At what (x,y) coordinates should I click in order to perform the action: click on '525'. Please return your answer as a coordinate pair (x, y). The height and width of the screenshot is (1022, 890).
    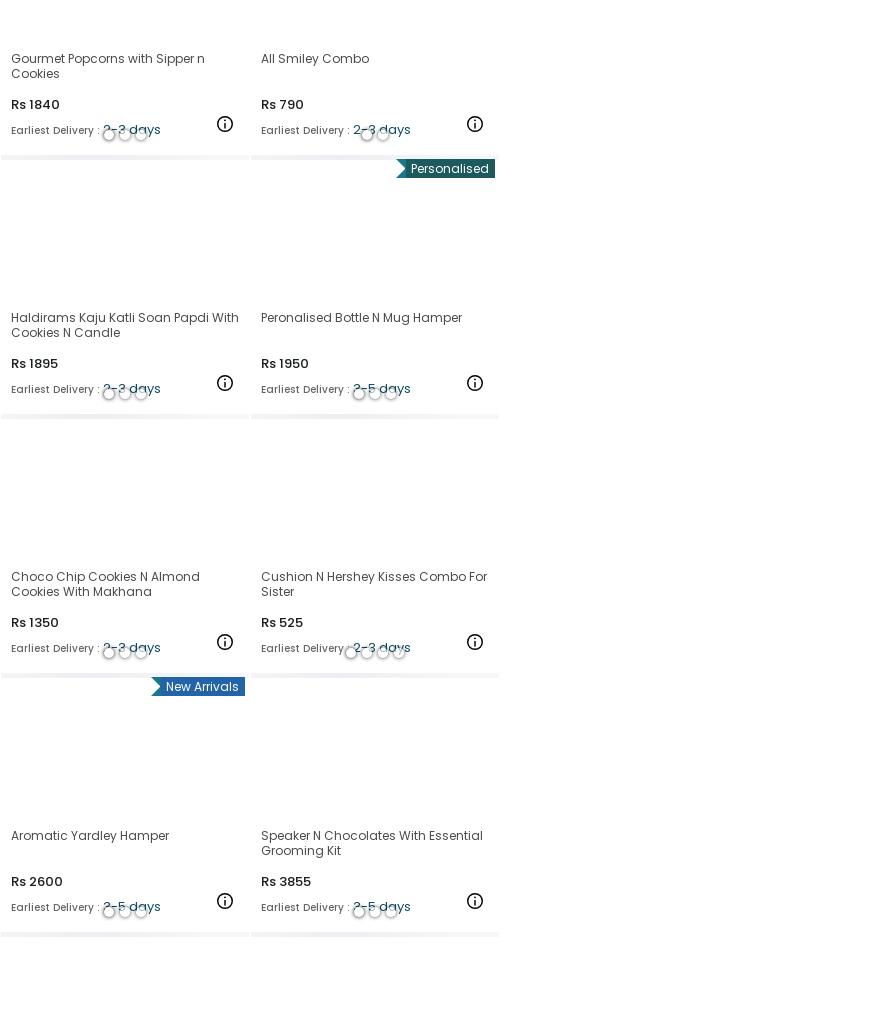
    Looking at the image, I should click on (290, 620).